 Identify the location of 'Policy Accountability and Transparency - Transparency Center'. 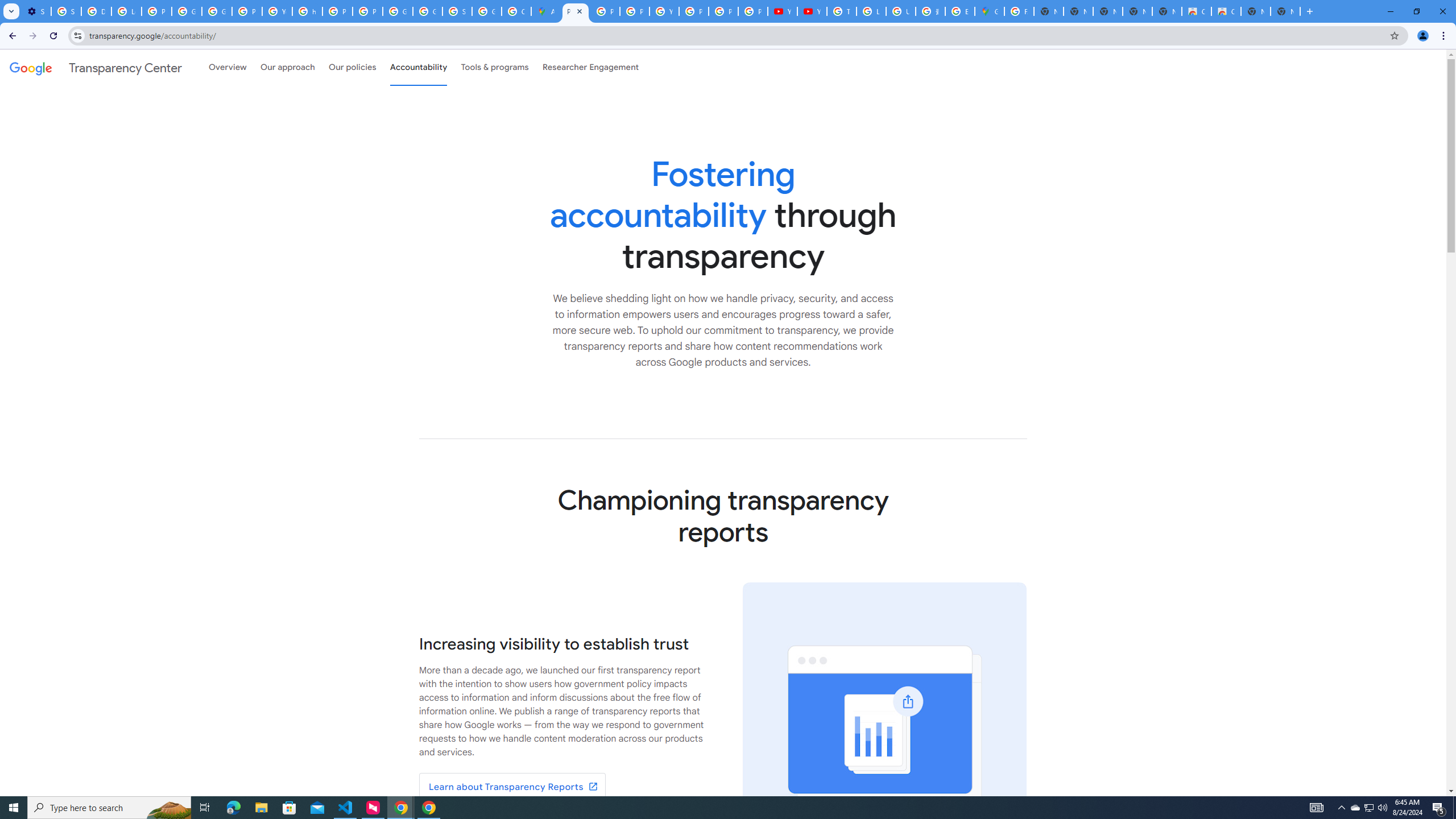
(575, 11).